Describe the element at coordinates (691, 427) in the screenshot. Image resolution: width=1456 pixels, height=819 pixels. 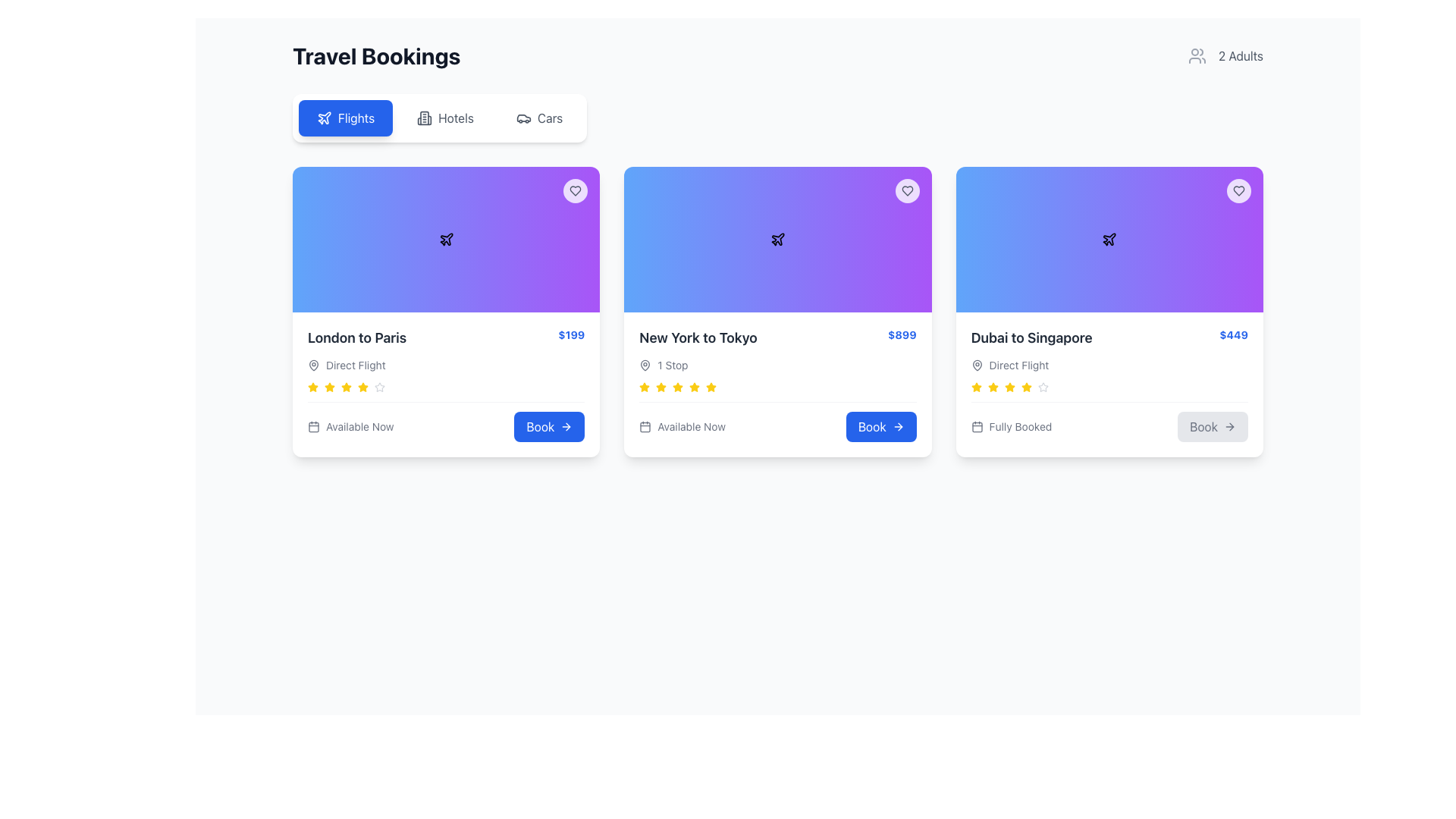
I see `text label that says 'Available Now', which is styled in small gray font and located under the card for 'New York to Tokyo'` at that location.